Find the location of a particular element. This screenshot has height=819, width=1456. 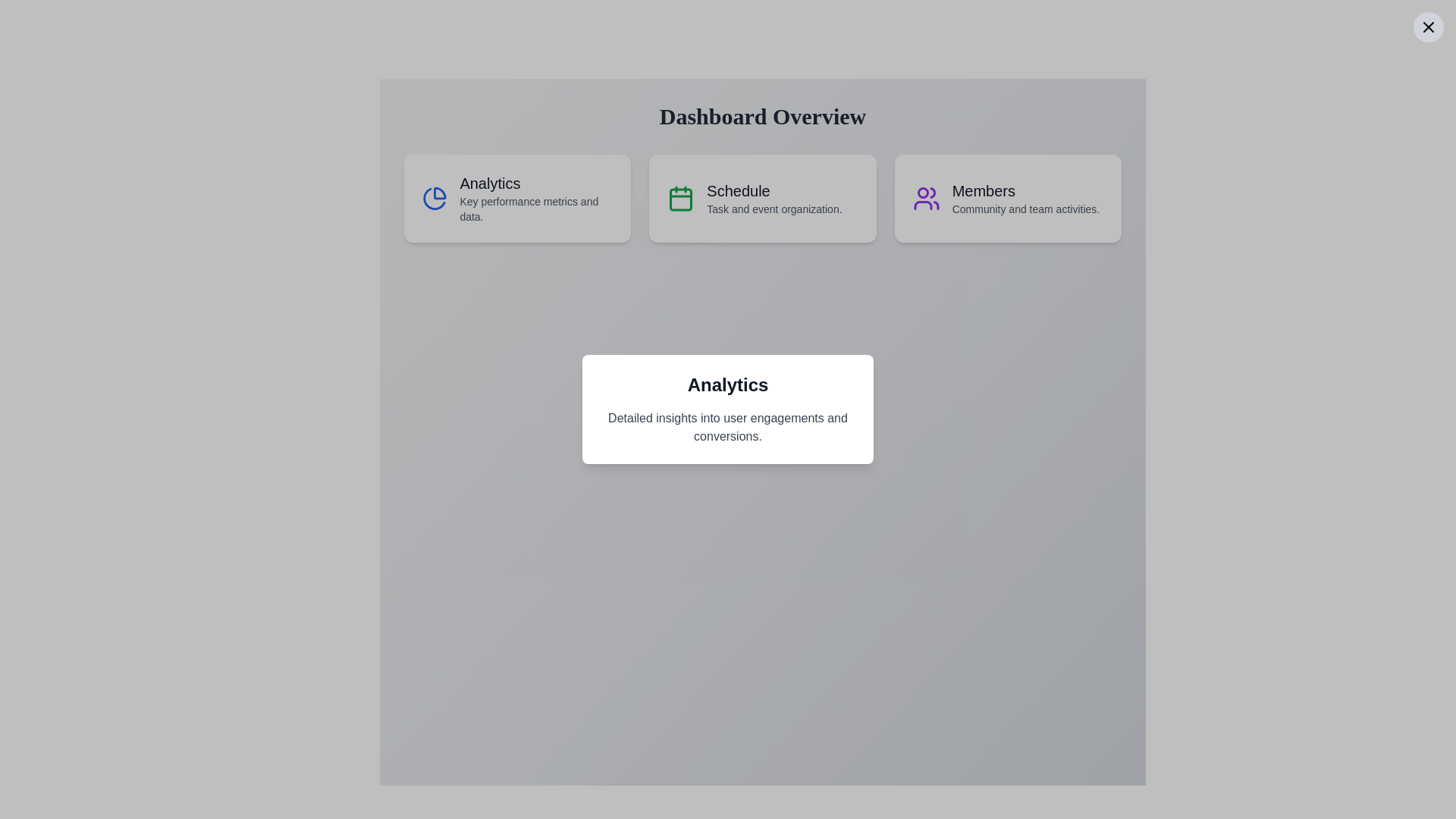

the navigational button located as the third item in the top row of the grid layout, positioned to the right of the 'Analytics' and 'Schedule' tiles is located at coordinates (1008, 198).